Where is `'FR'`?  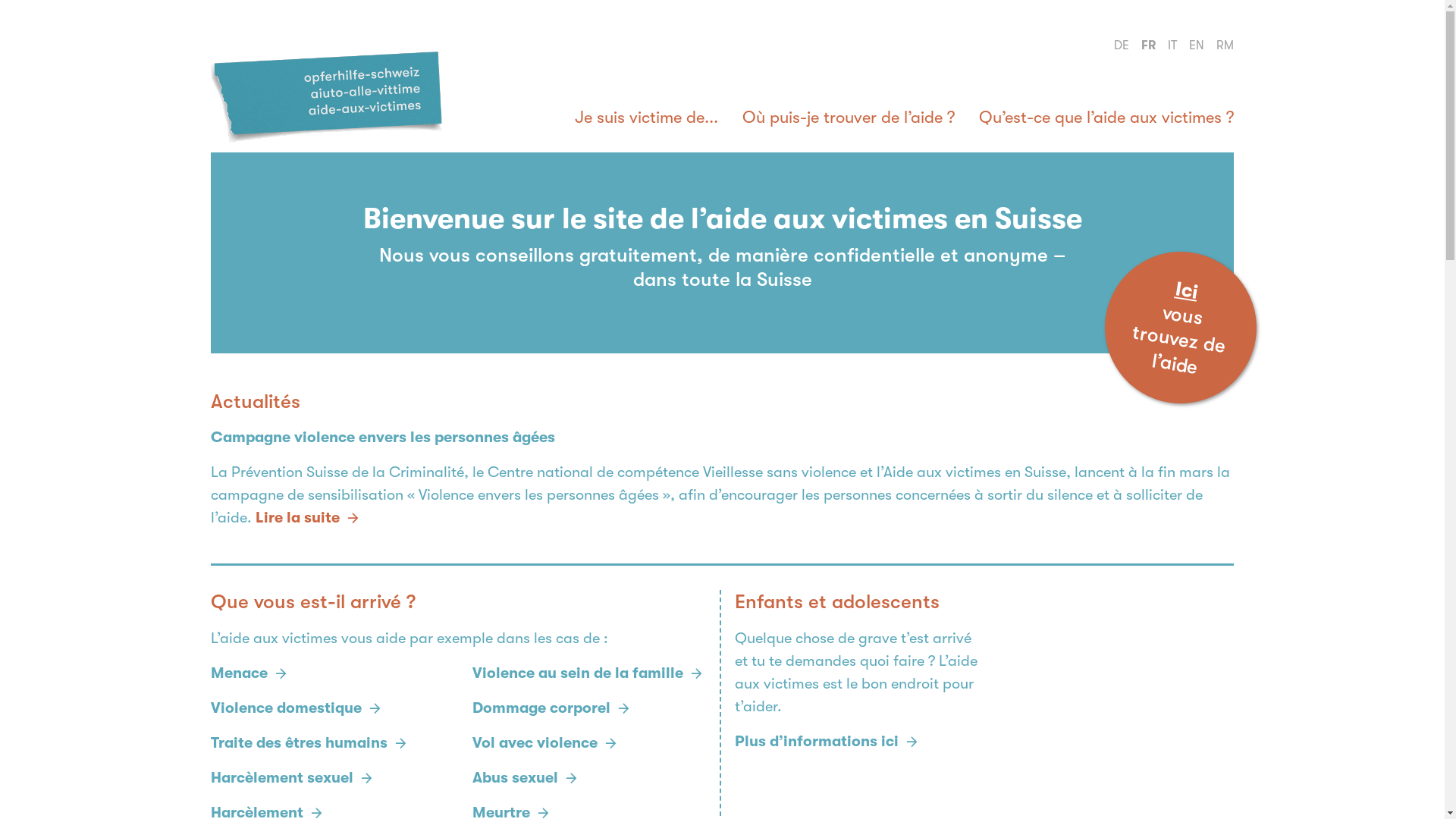
'FR' is located at coordinates (1148, 45).